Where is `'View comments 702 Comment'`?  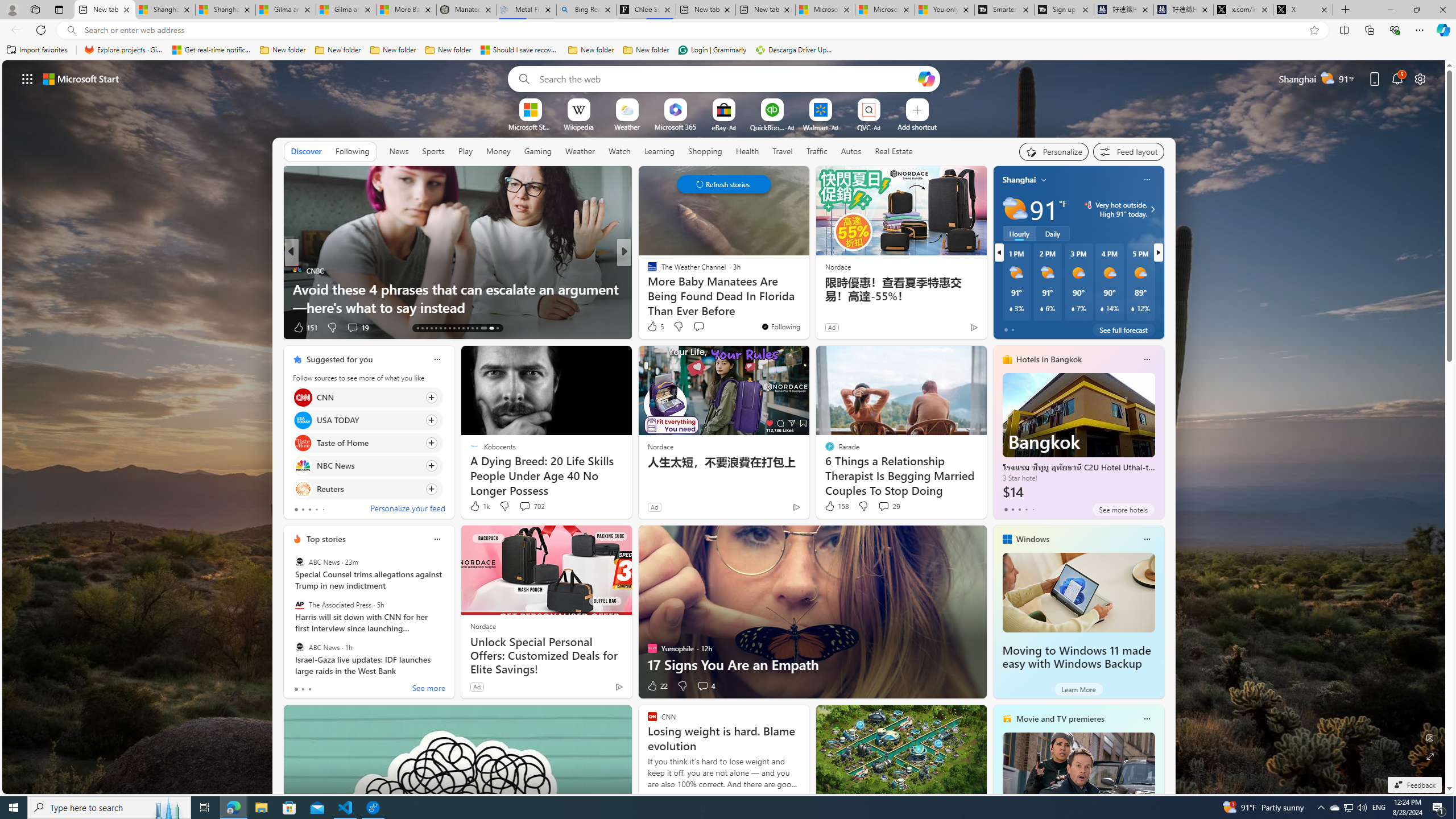
'View comments 702 Comment' is located at coordinates (524, 505).